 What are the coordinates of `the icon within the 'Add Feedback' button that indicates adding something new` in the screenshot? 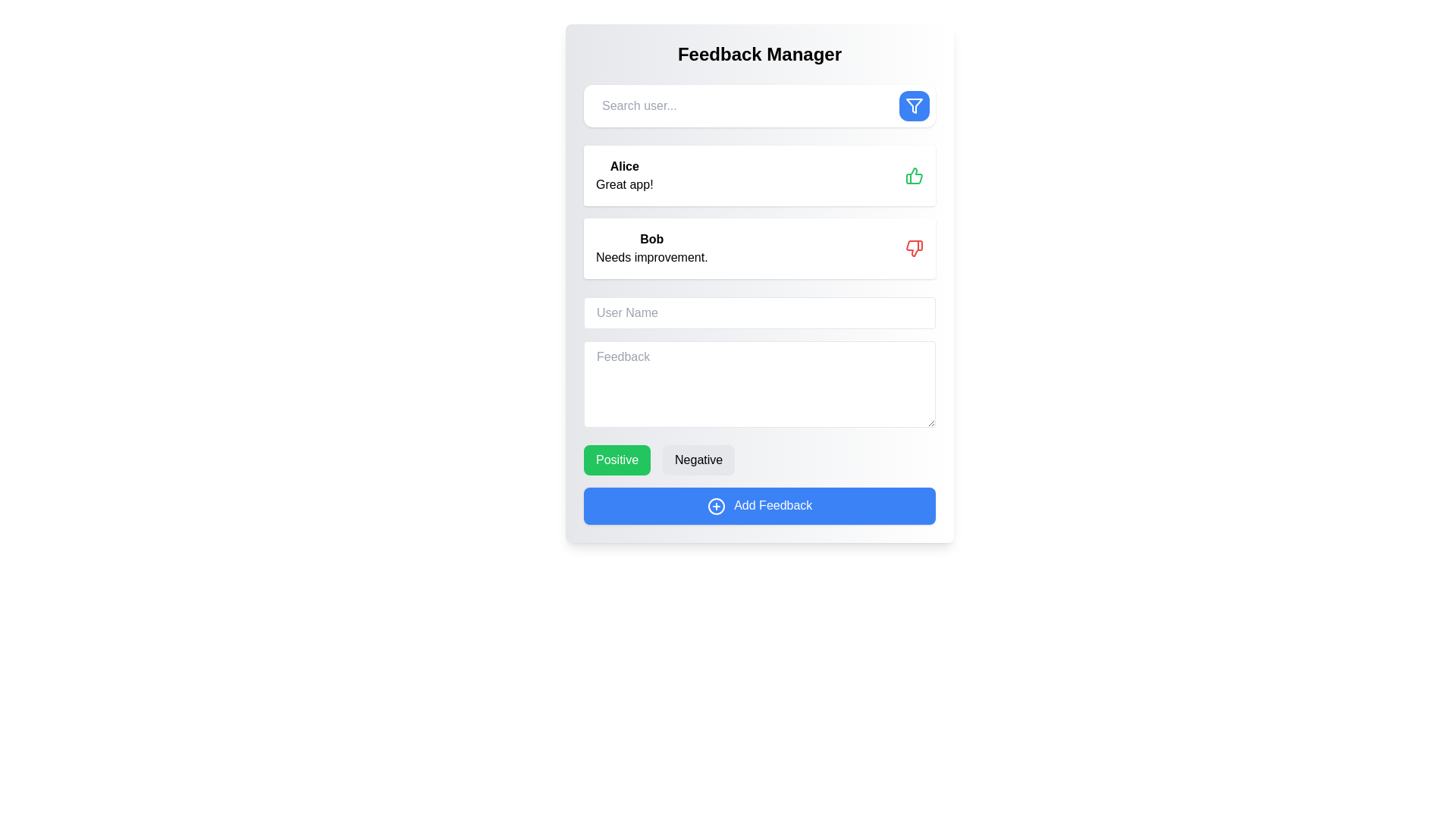 It's located at (715, 506).